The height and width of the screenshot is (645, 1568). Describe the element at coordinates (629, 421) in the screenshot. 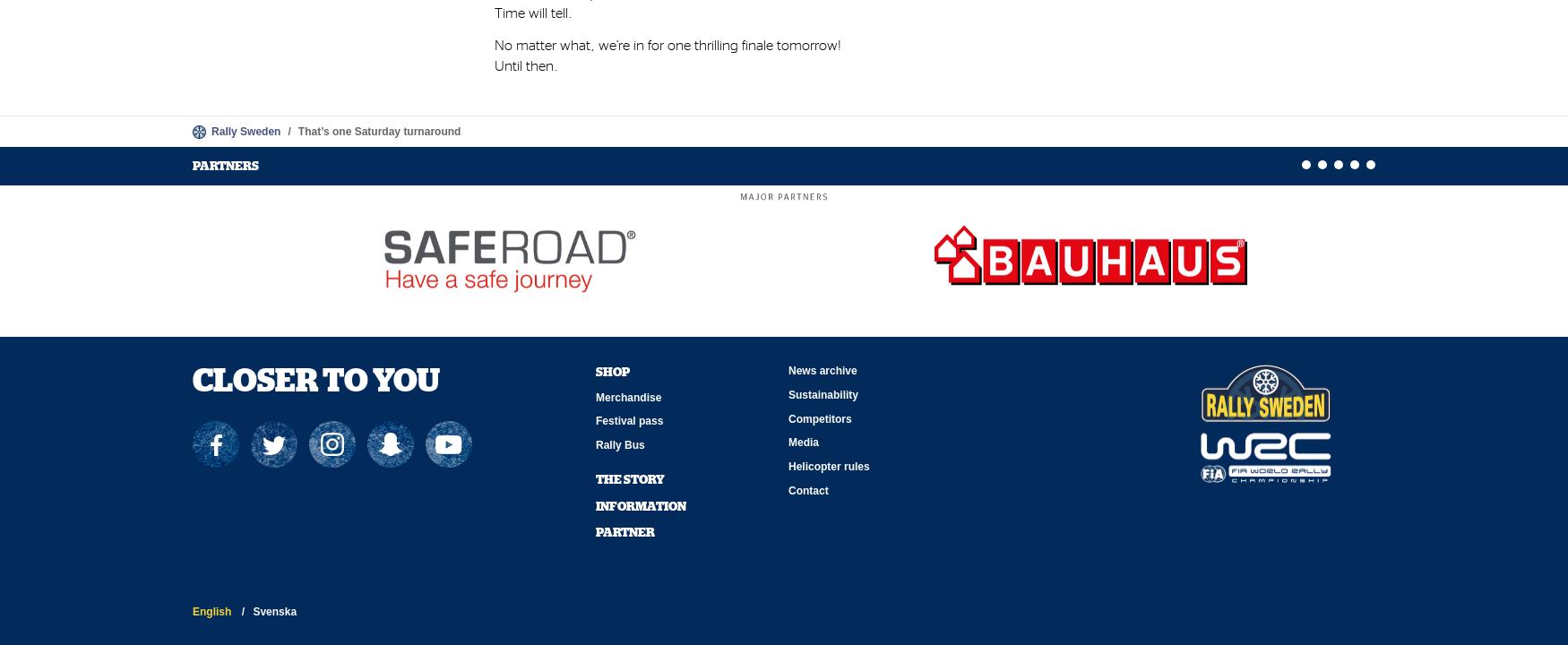

I see `'Festival pass'` at that location.